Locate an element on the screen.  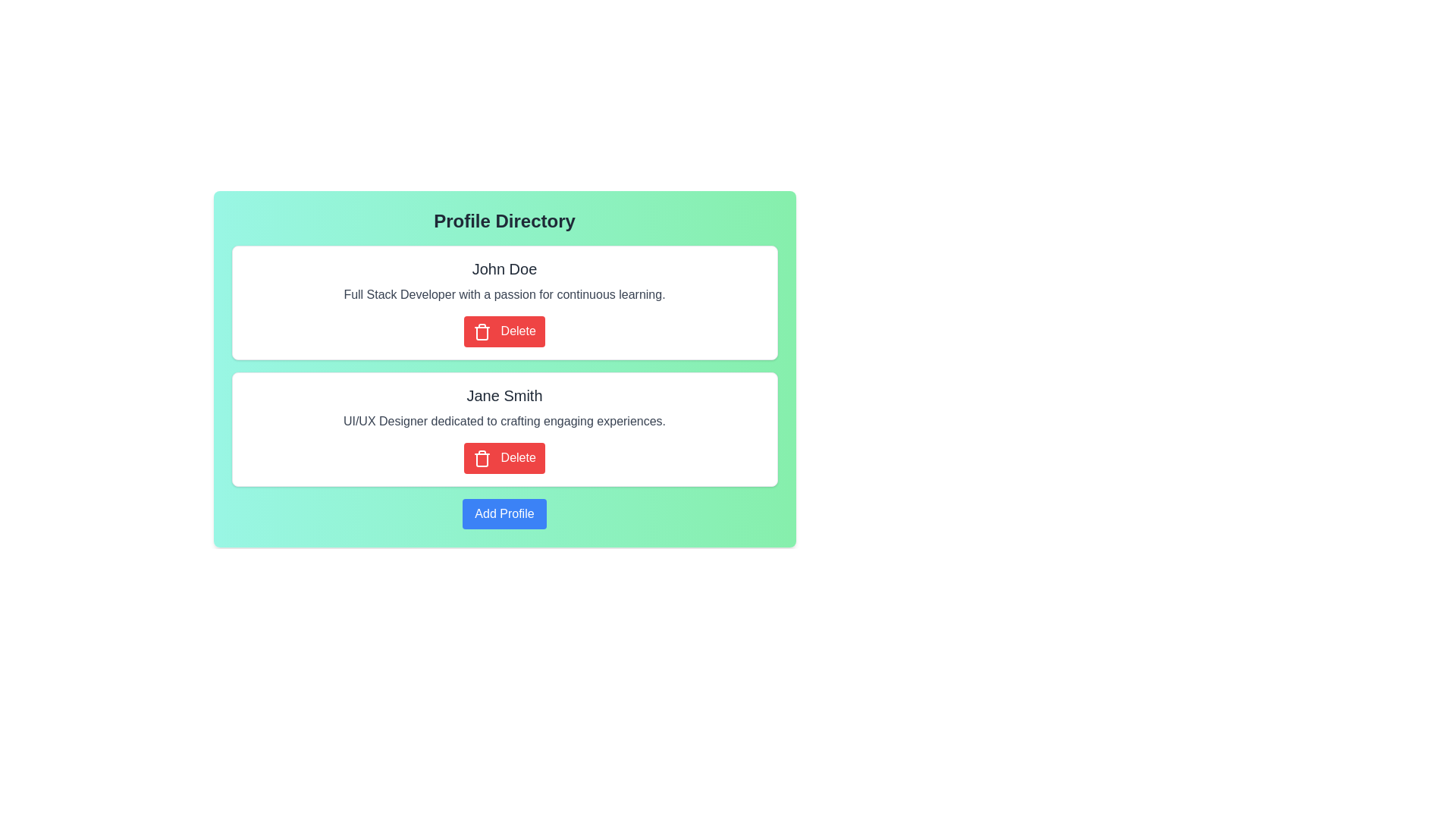
the Add Profile button located at the bottom of the interface, centered horizontally, below the outlined profile sections is located at coordinates (504, 513).